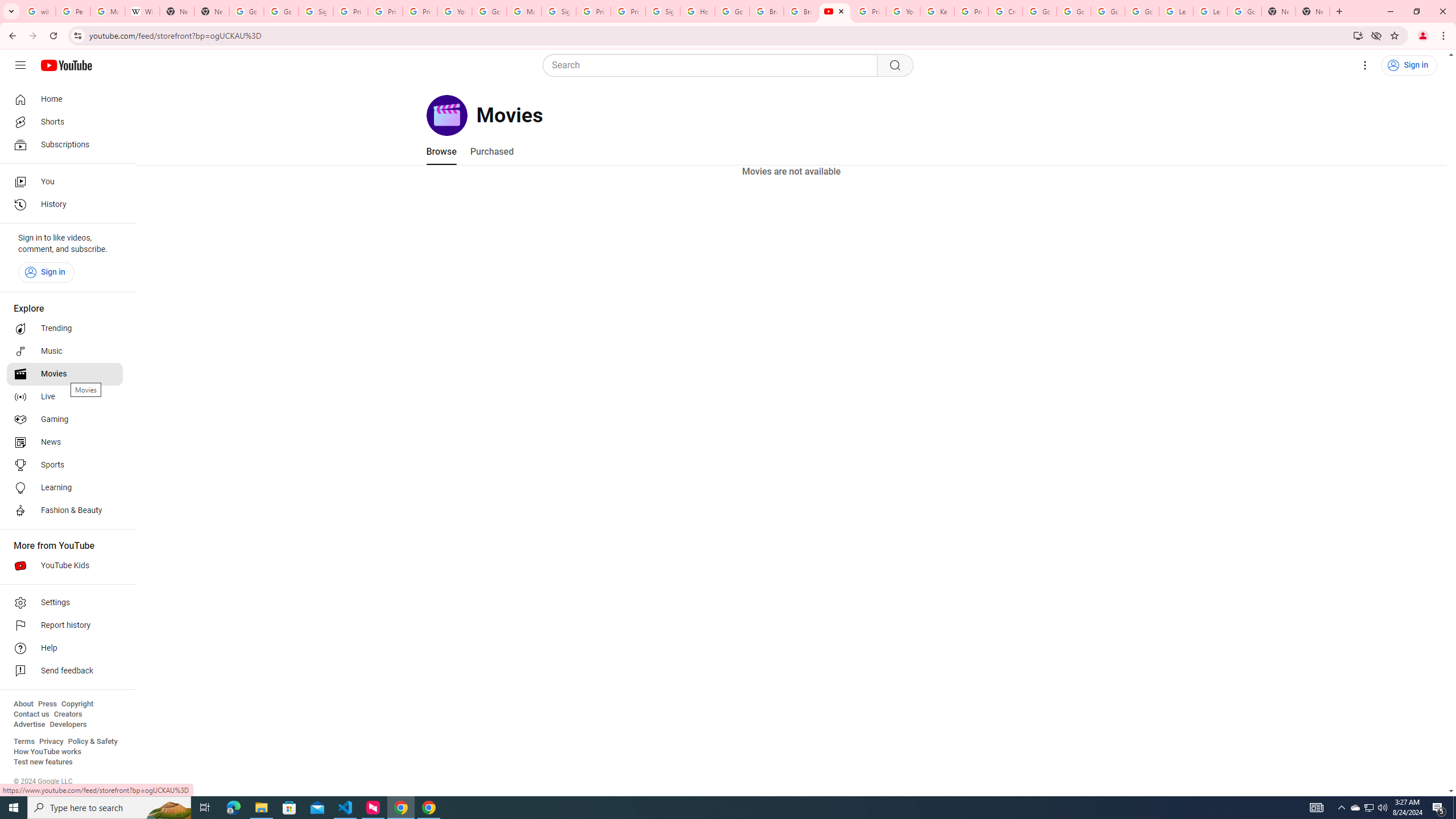 The image size is (1456, 819). Describe the element at coordinates (141, 11) in the screenshot. I see `'Wikipedia:Edit requests - Wikipedia'` at that location.